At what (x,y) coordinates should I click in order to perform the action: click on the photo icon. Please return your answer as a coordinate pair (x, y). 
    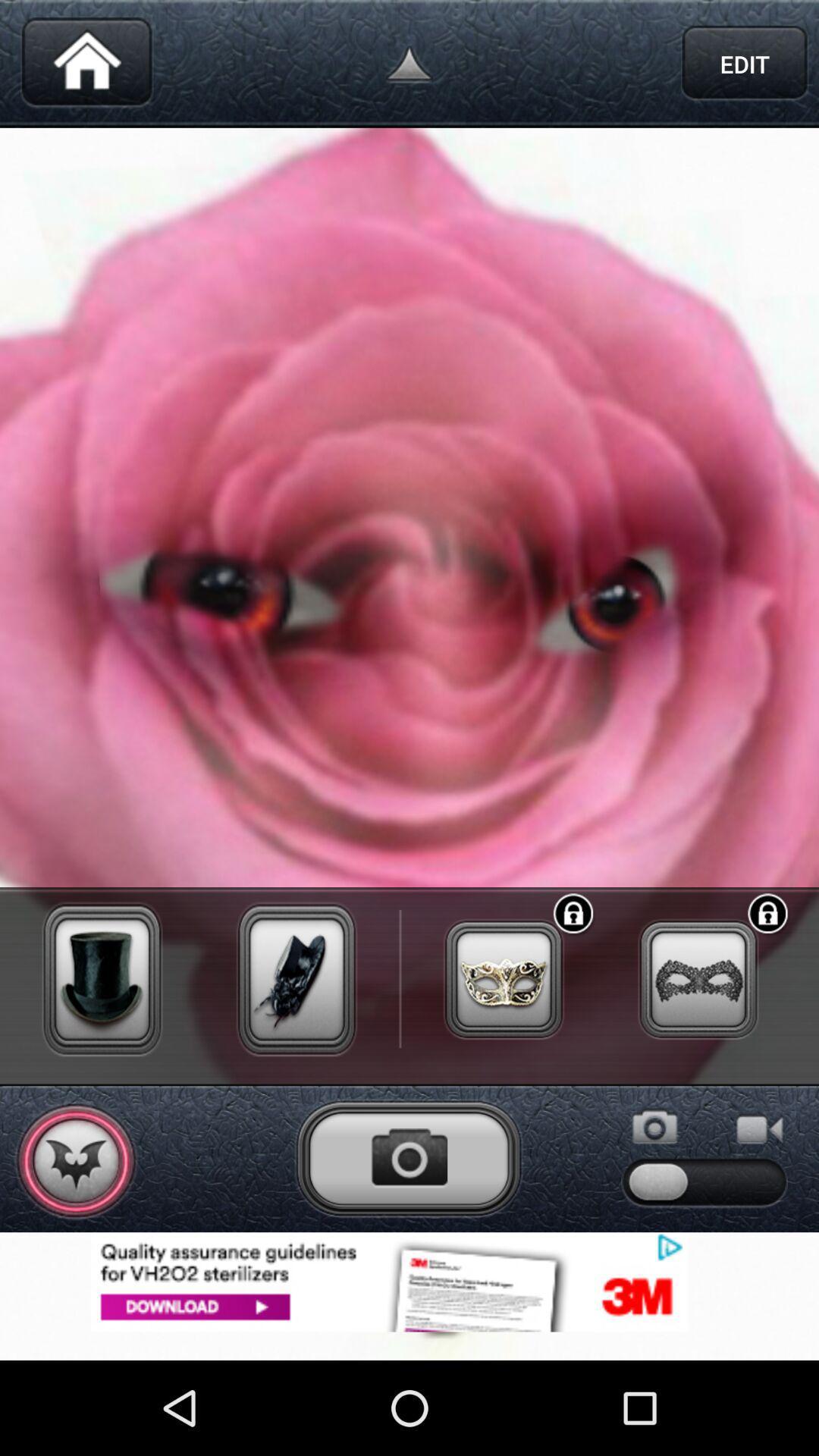
    Looking at the image, I should click on (408, 1239).